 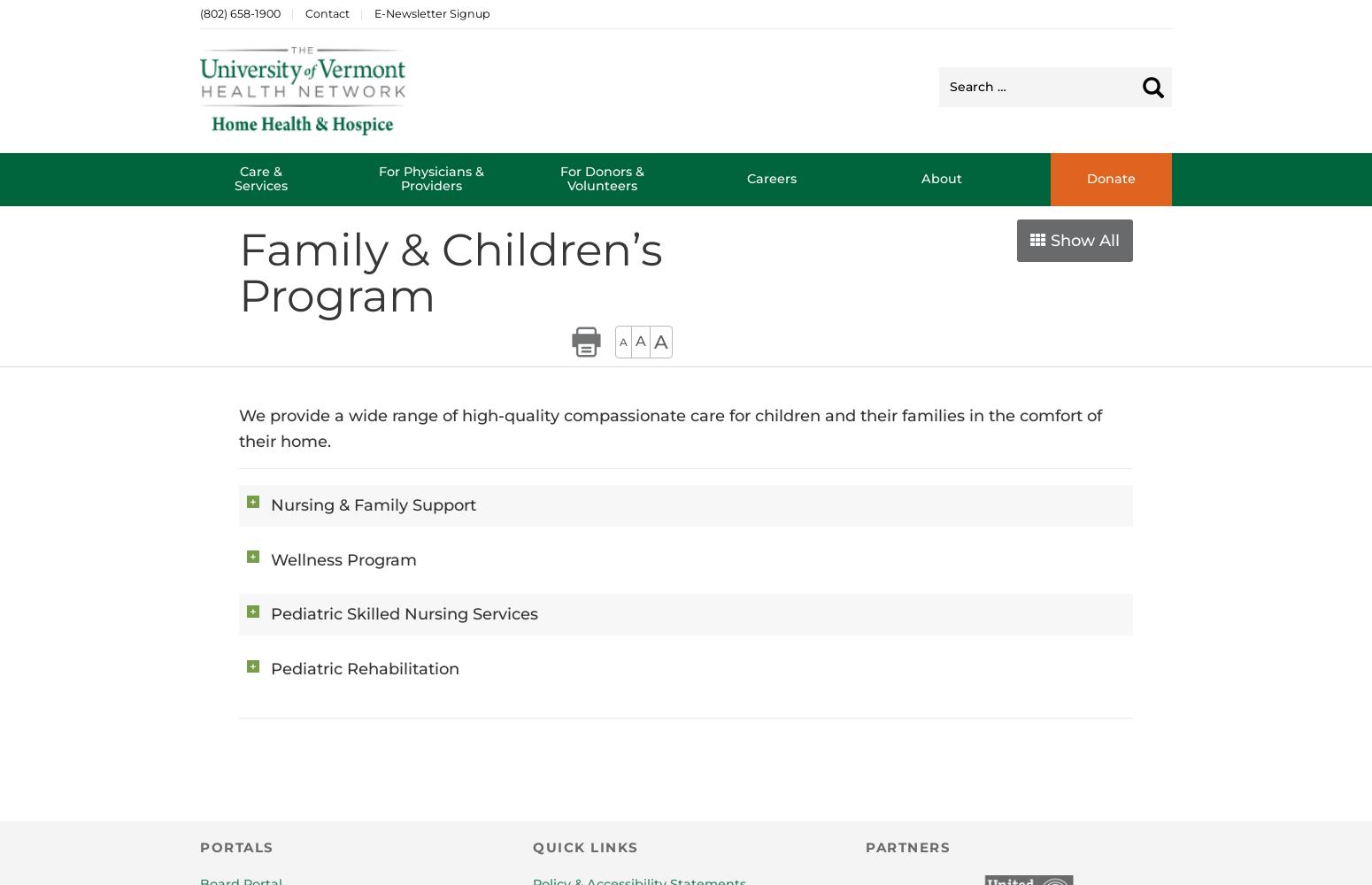 I want to click on 'Quick Links', so click(x=584, y=846).